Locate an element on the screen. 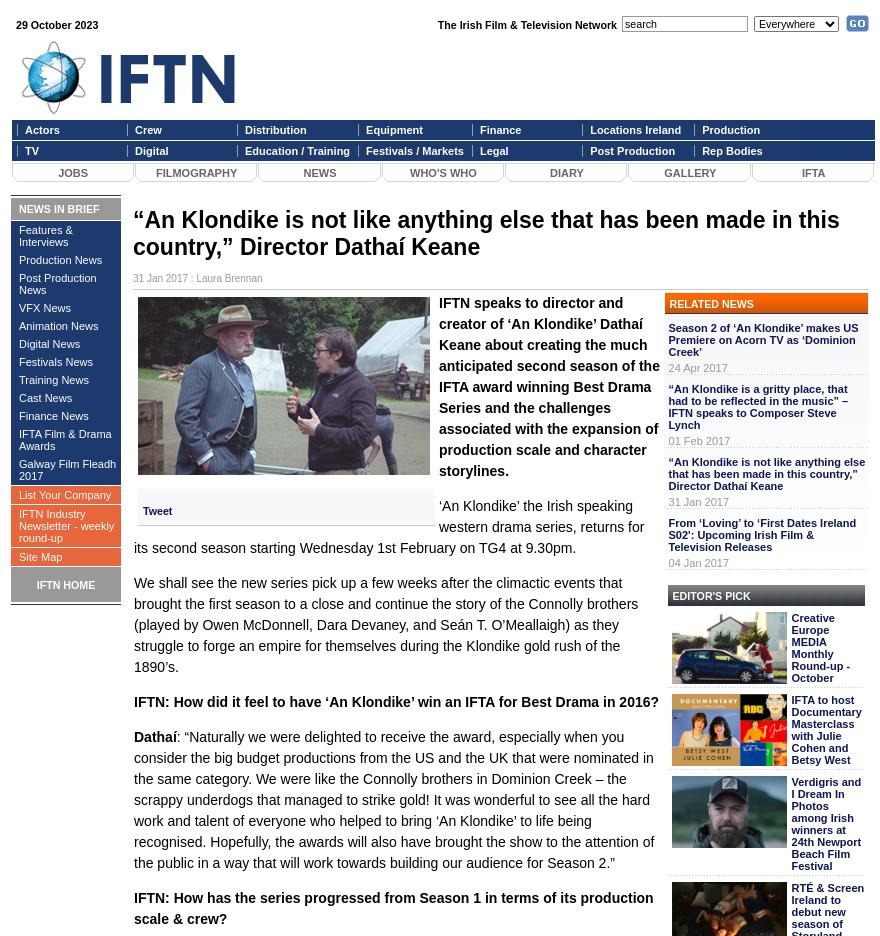 Image resolution: width=880 pixels, height=936 pixels. 'Season 2 of ‘An Klondike’ makes US Premiere on Acorn TV as ‘Dominion Creek’' is located at coordinates (667, 338).